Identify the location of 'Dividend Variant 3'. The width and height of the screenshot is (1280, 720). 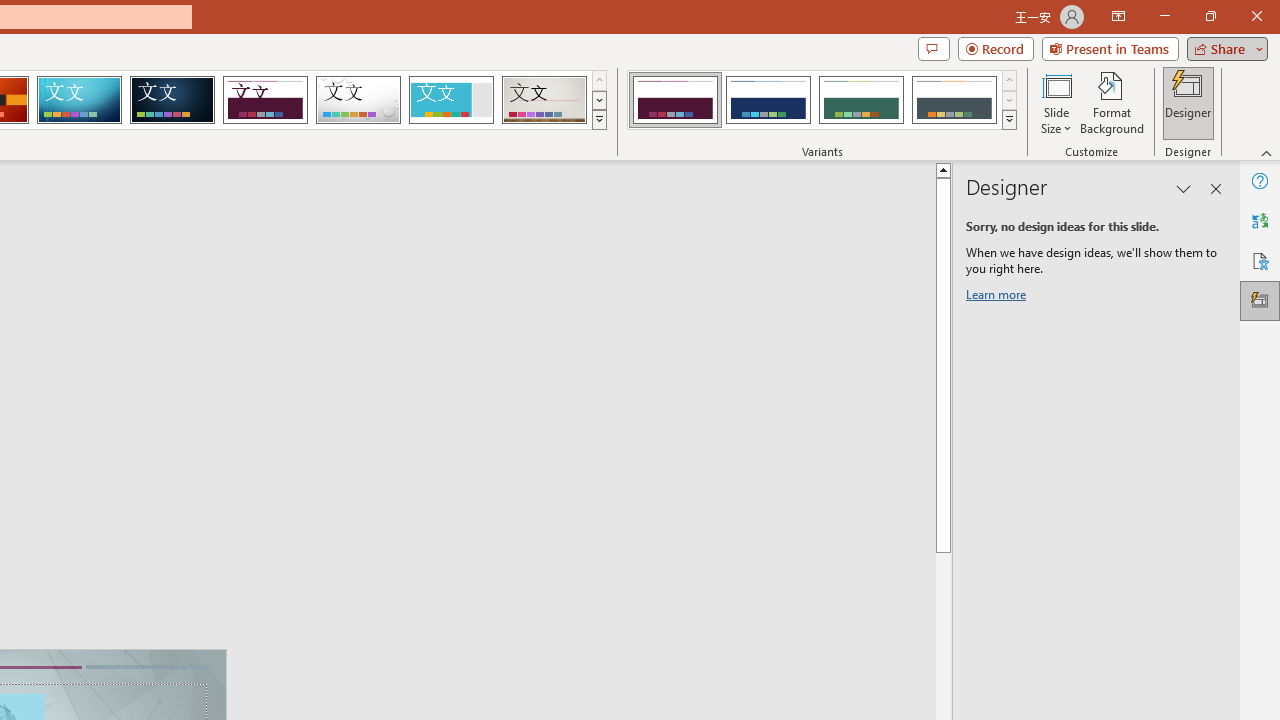
(861, 100).